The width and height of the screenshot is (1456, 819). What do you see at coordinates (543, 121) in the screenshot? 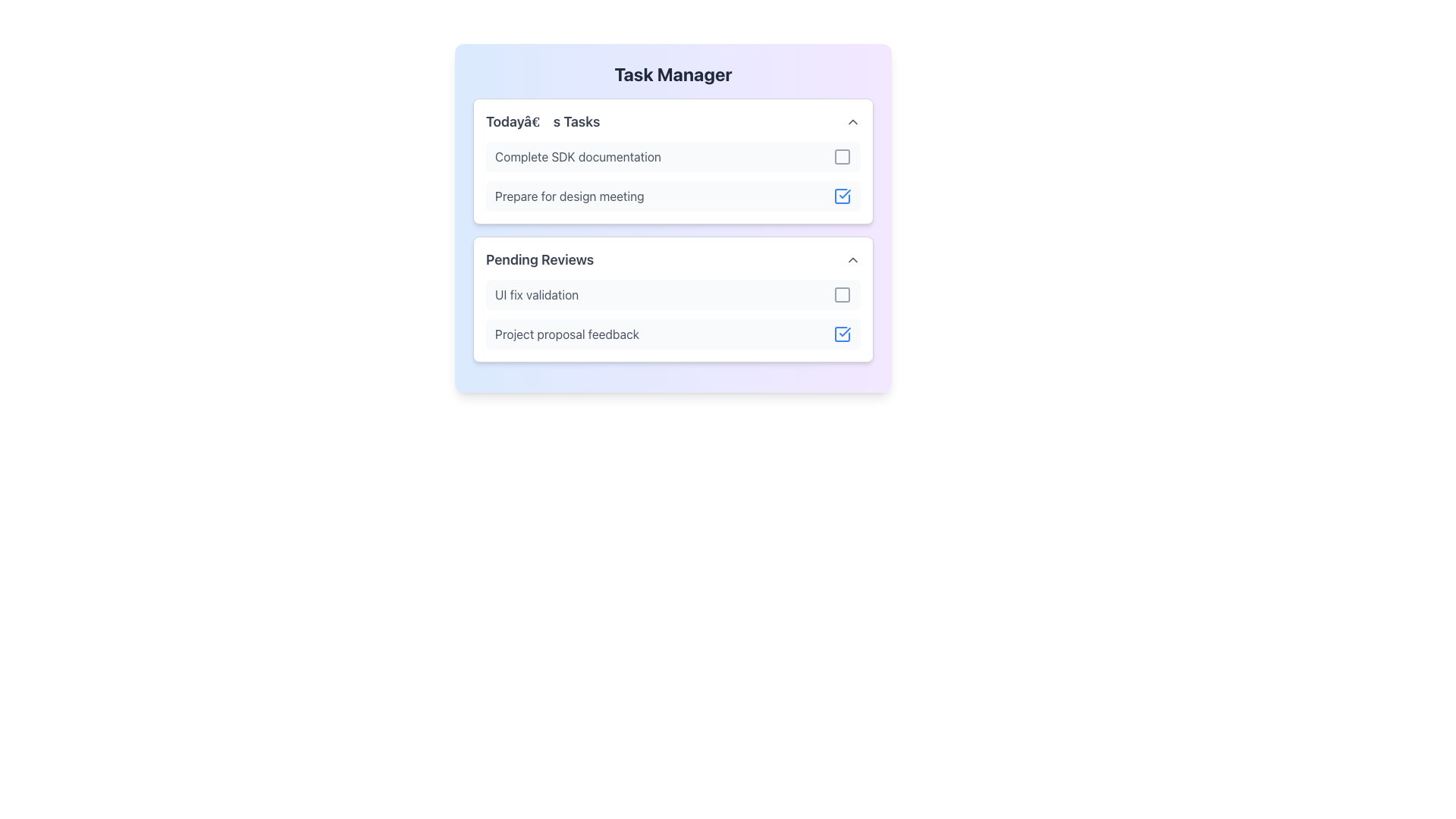
I see `the text label that serves as the heading for the tasks listed in the first card under the 'Task Manager' heading` at bounding box center [543, 121].